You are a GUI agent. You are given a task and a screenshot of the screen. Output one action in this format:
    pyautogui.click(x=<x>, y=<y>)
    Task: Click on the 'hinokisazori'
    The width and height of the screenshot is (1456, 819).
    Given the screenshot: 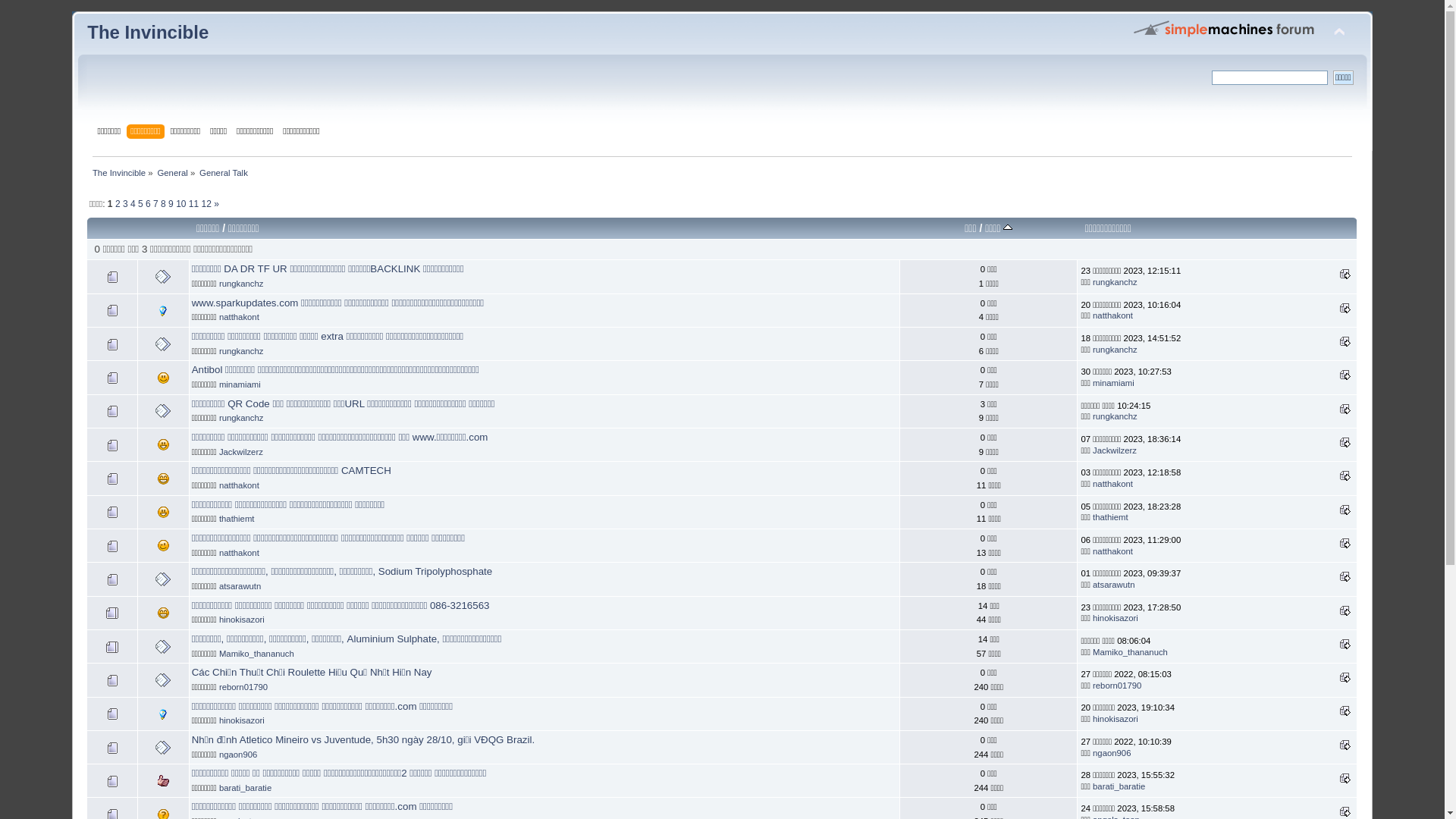 What is the action you would take?
    pyautogui.click(x=1115, y=718)
    